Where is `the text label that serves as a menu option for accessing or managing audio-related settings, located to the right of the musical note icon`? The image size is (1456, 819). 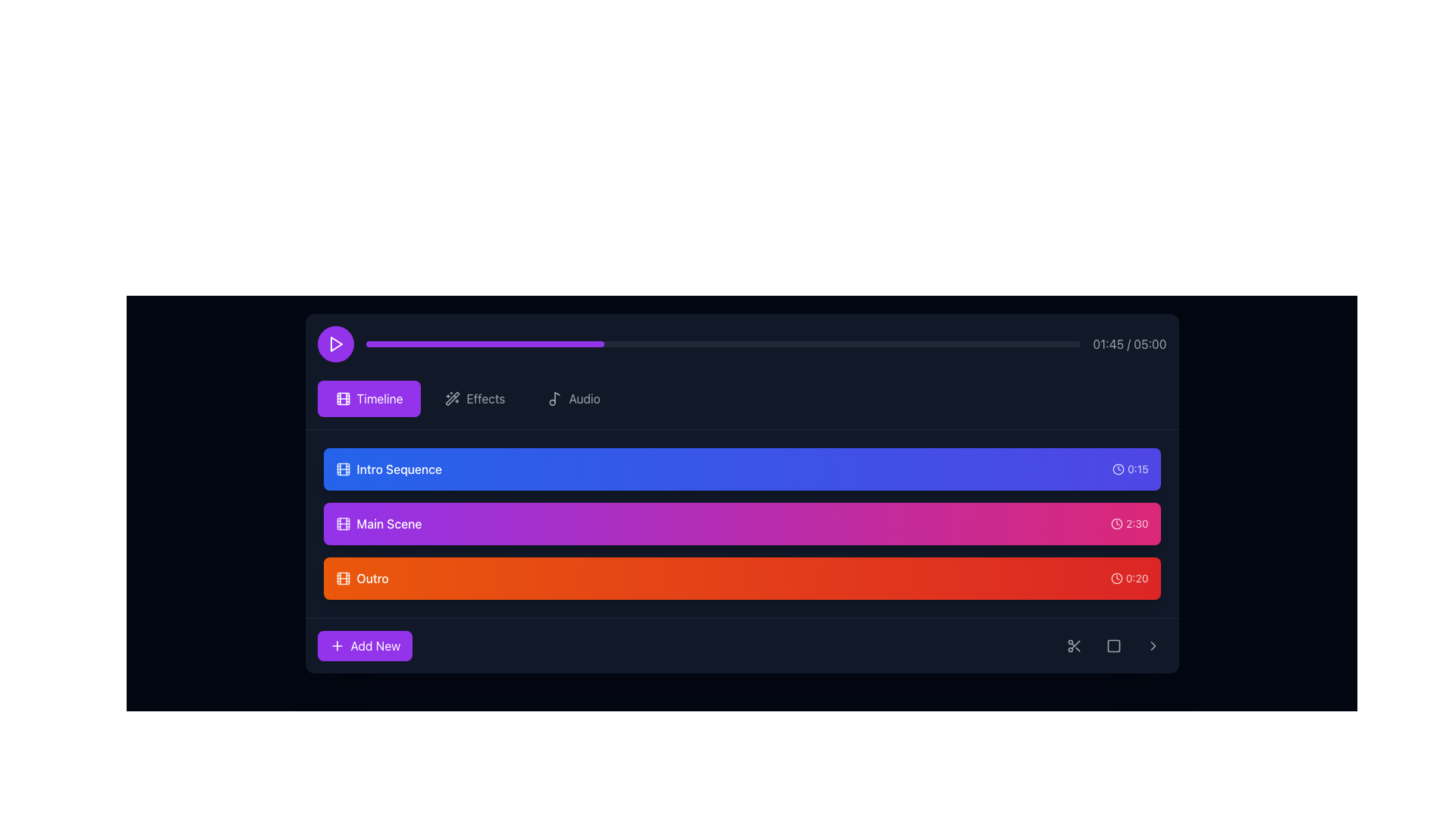
the text label that serves as a menu option for accessing or managing audio-related settings, located to the right of the musical note icon is located at coordinates (584, 397).